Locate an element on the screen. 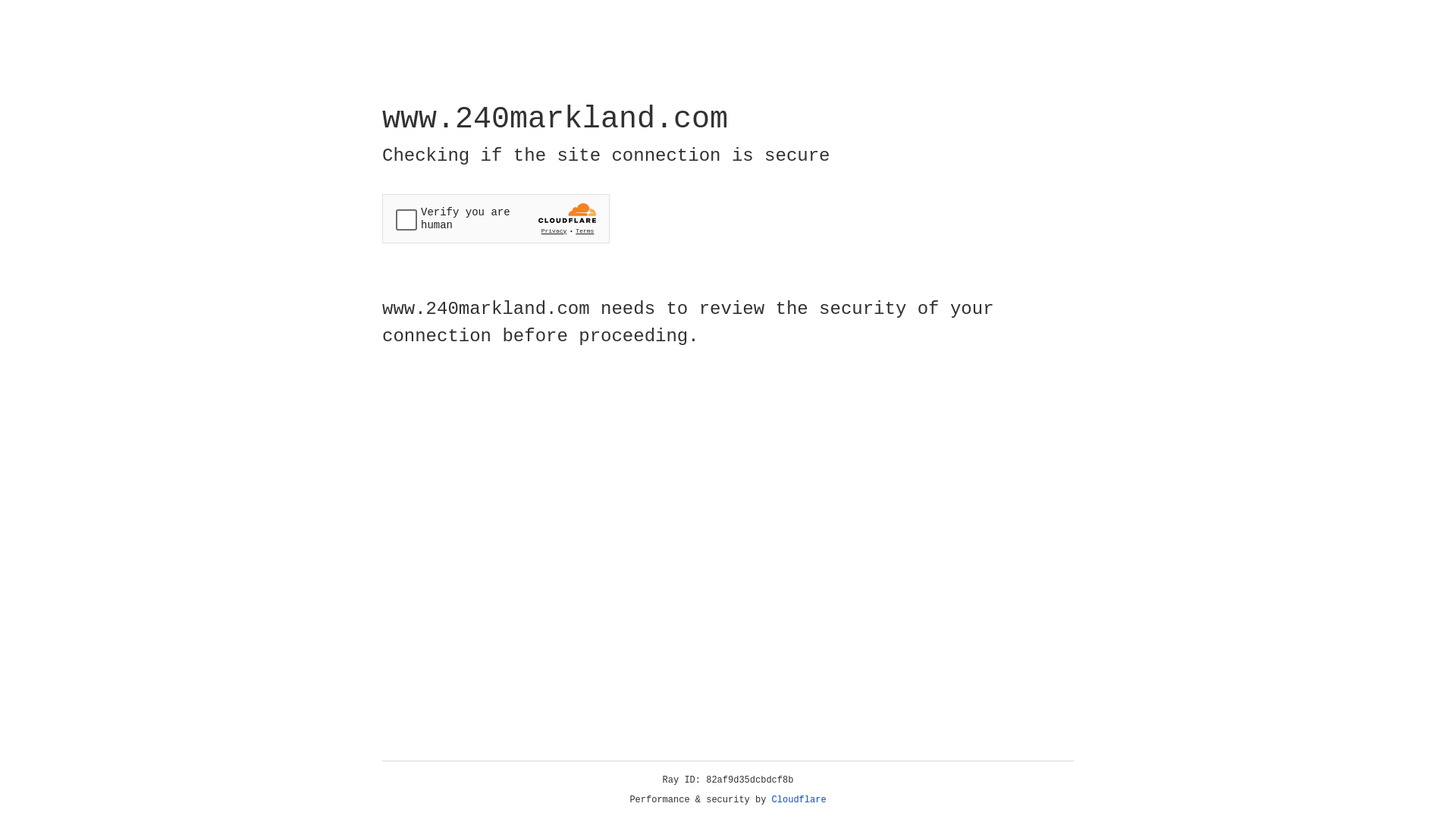 This screenshot has width=1456, height=819. 'Widget containing a Cloudflare security challenge' is located at coordinates (495, 218).